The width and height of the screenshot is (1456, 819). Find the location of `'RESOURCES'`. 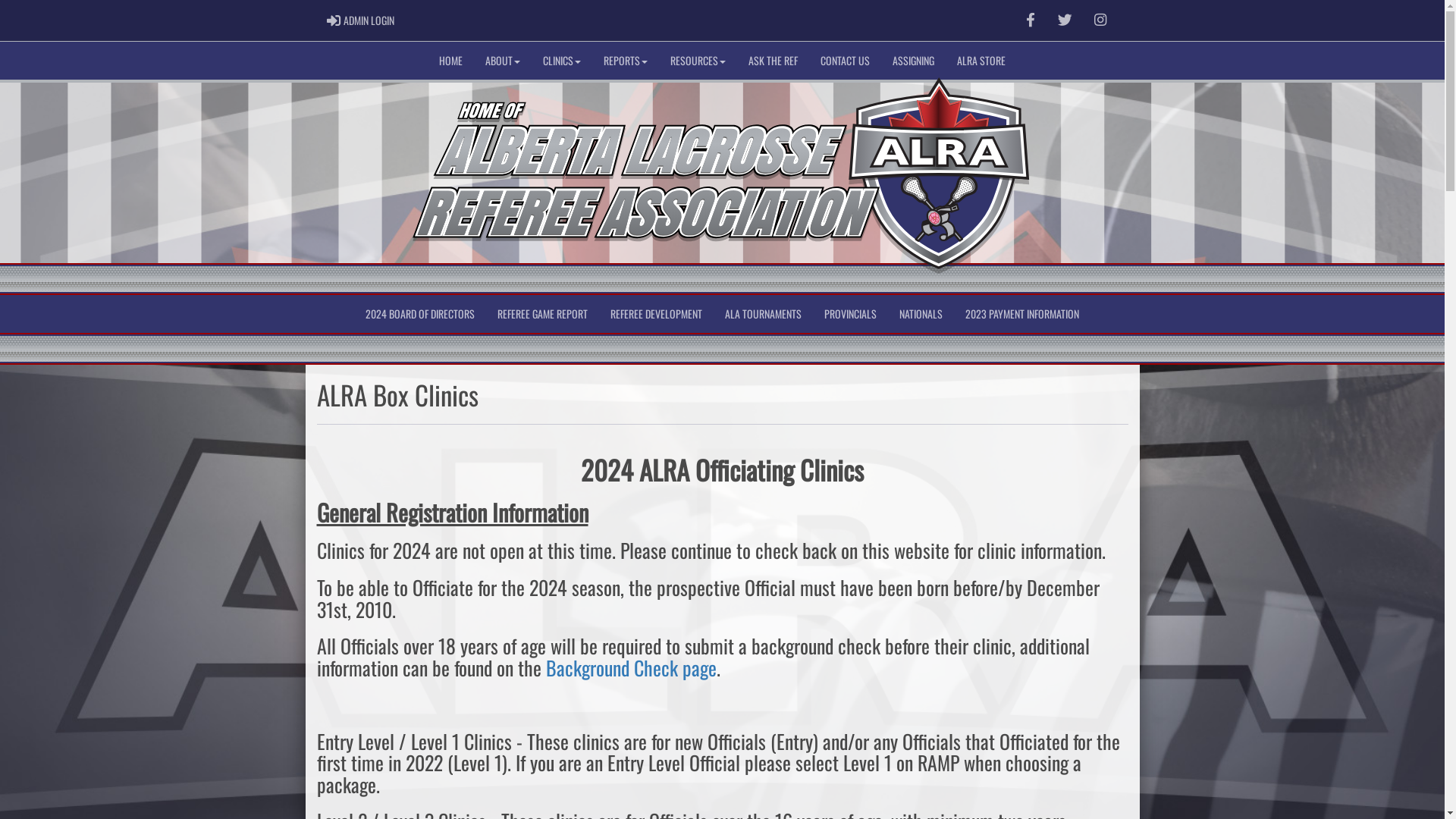

'RESOURCES' is located at coordinates (697, 60).